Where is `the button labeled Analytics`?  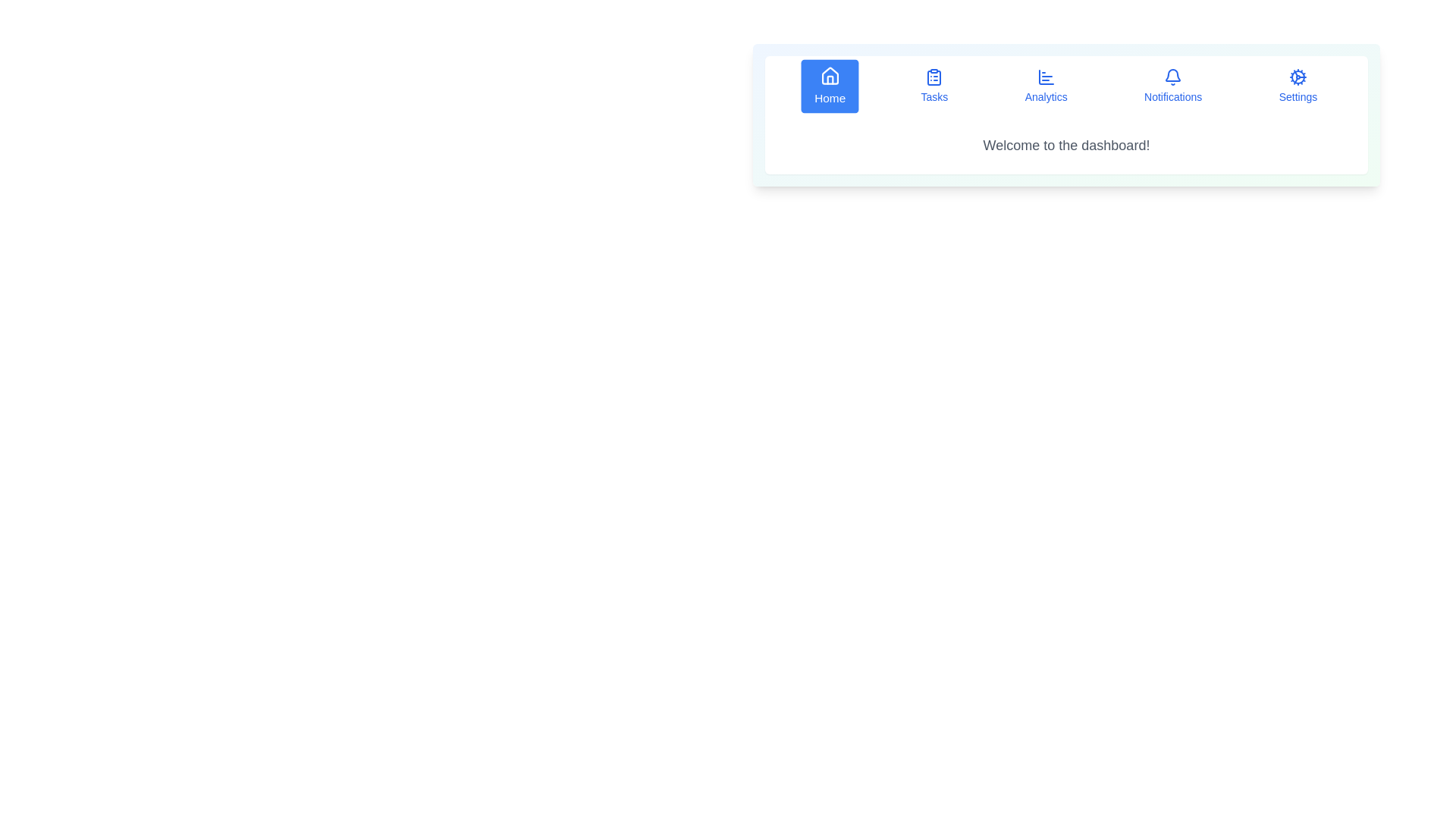 the button labeled Analytics is located at coordinates (1044, 86).